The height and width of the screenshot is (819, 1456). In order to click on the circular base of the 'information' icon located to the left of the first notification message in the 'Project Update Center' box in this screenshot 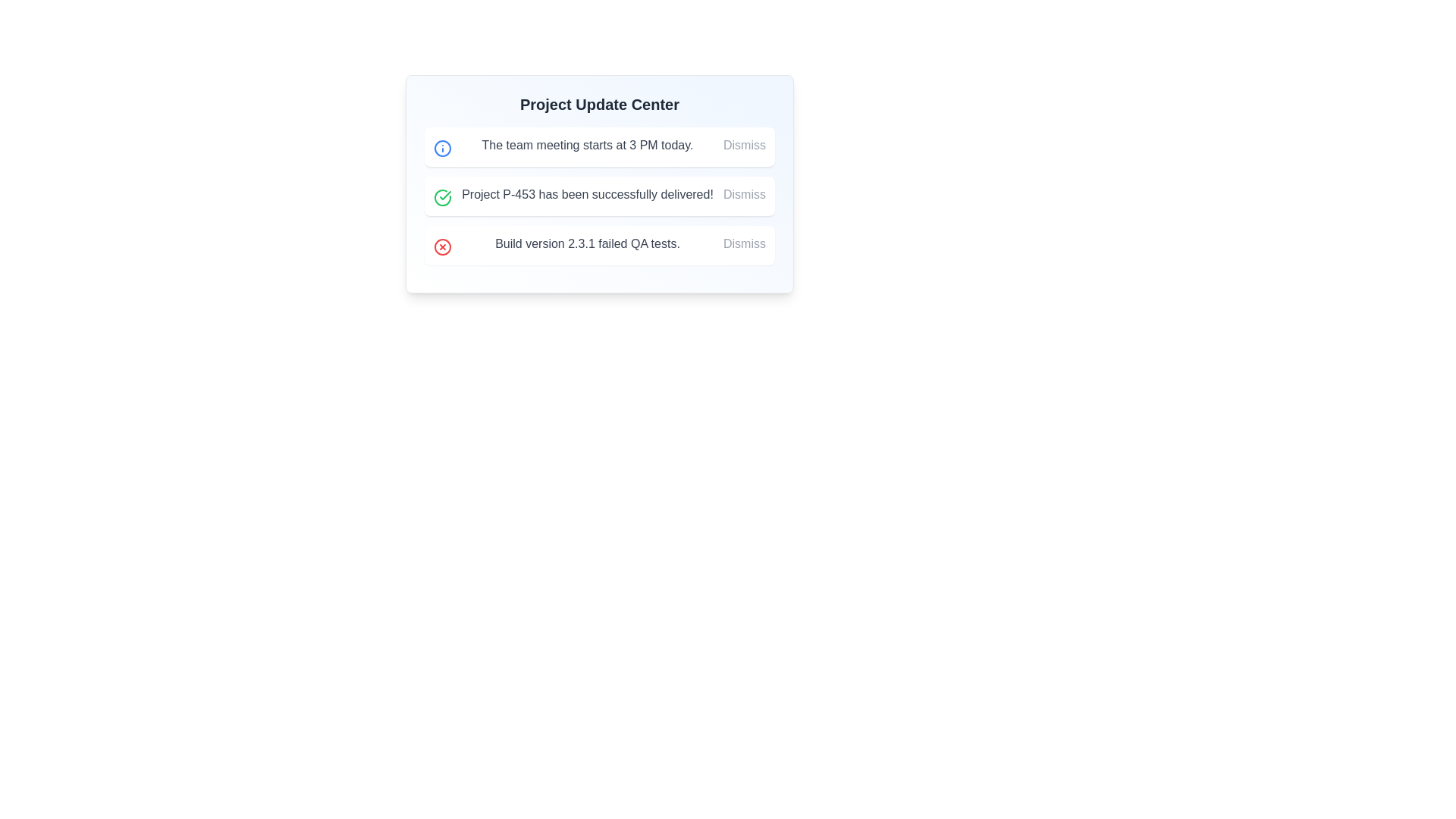, I will do `click(442, 149)`.